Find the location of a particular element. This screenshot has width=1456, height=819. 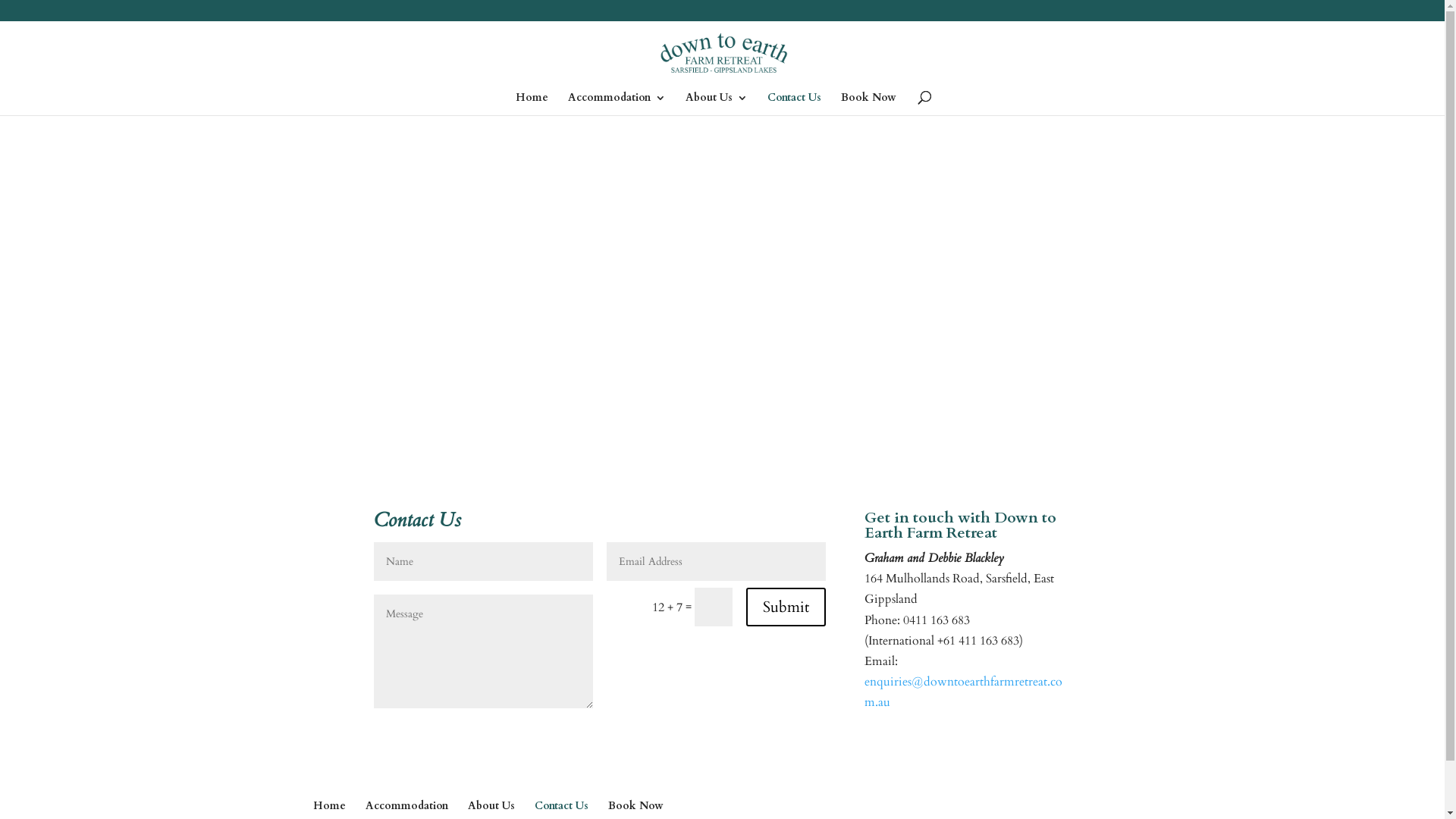

'Accommodation' is located at coordinates (406, 805).